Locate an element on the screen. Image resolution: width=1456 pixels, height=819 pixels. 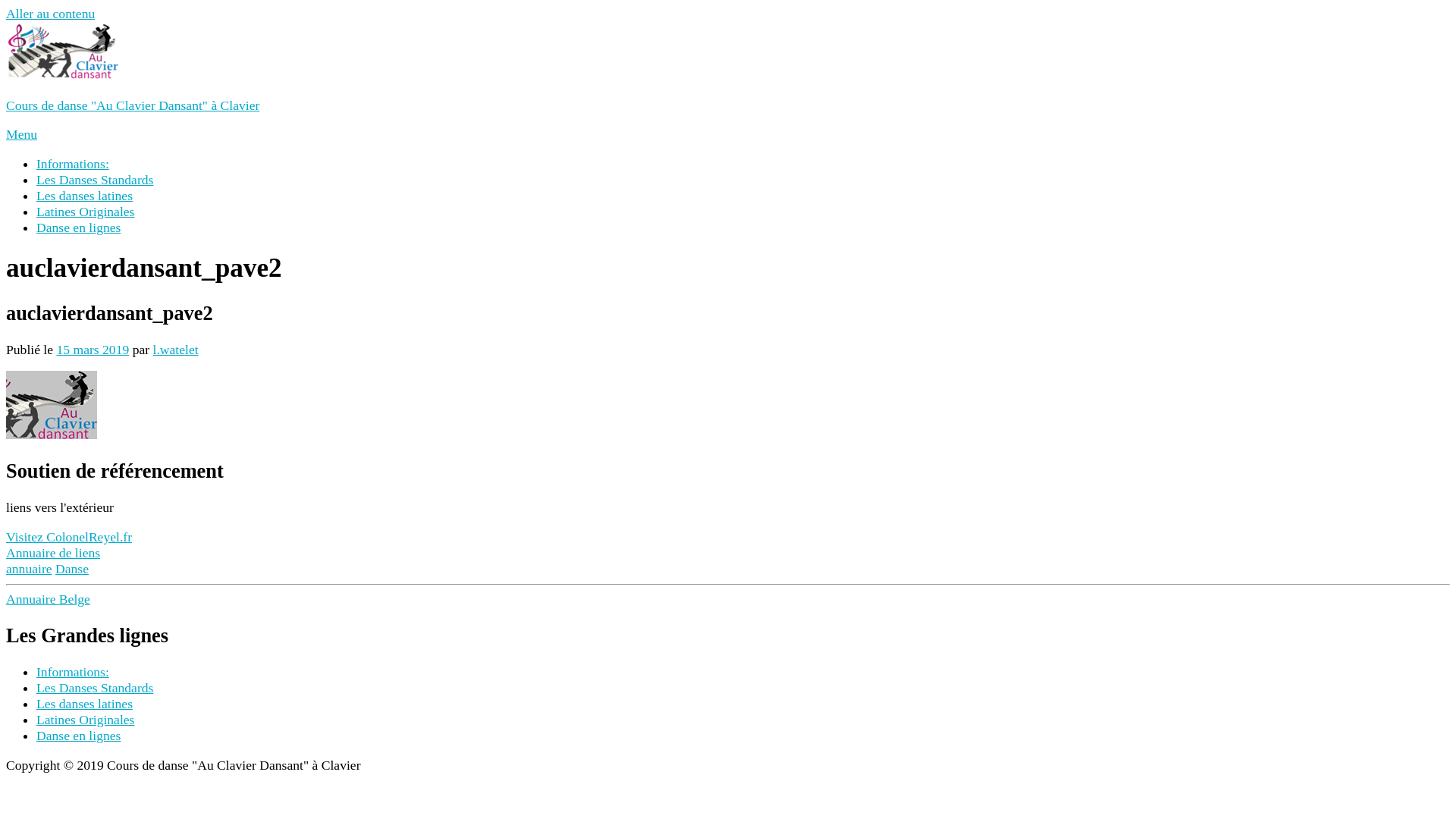
'Annuaire Belge' is located at coordinates (48, 598).